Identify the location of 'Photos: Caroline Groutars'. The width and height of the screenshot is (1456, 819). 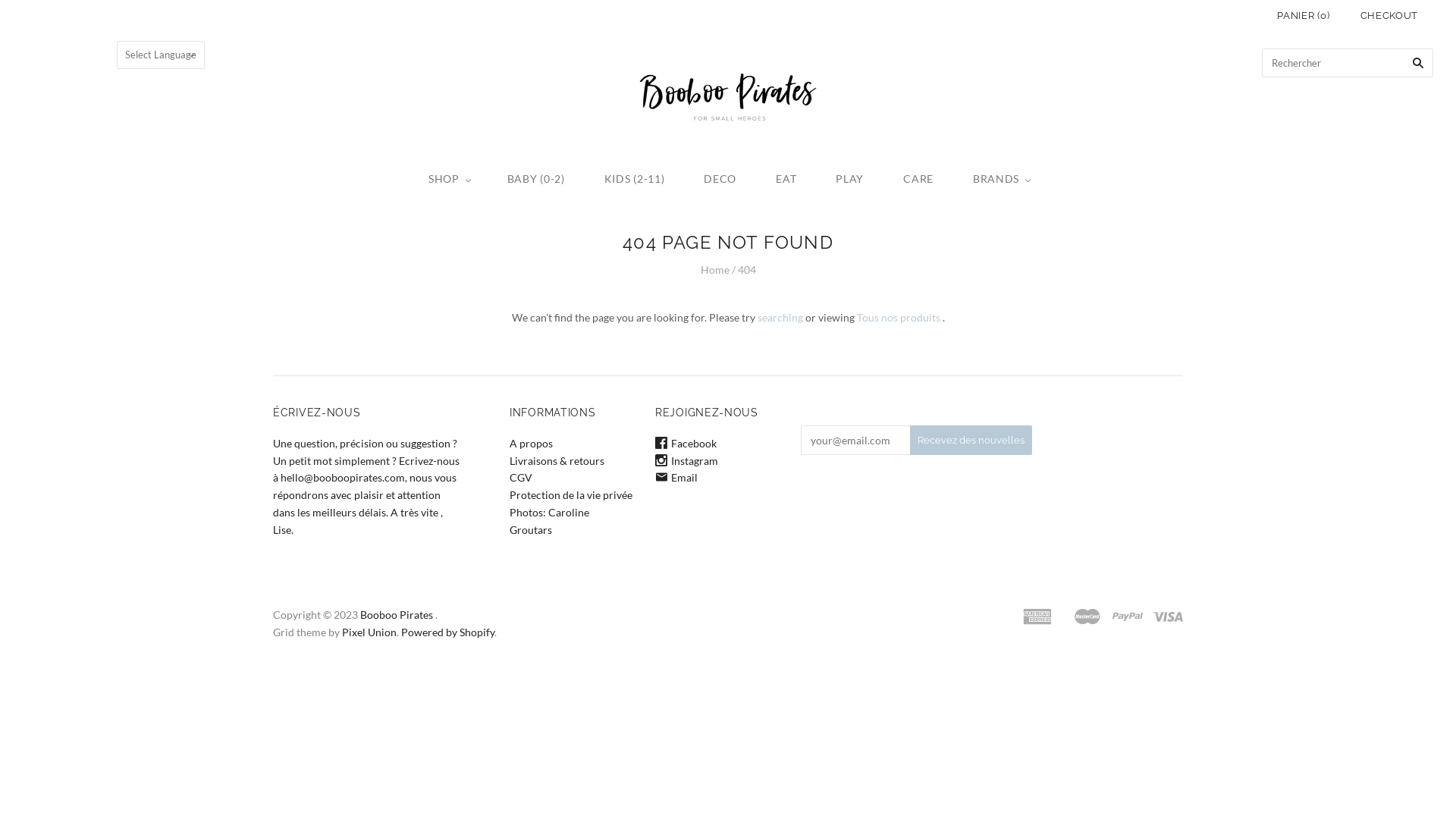
(548, 519).